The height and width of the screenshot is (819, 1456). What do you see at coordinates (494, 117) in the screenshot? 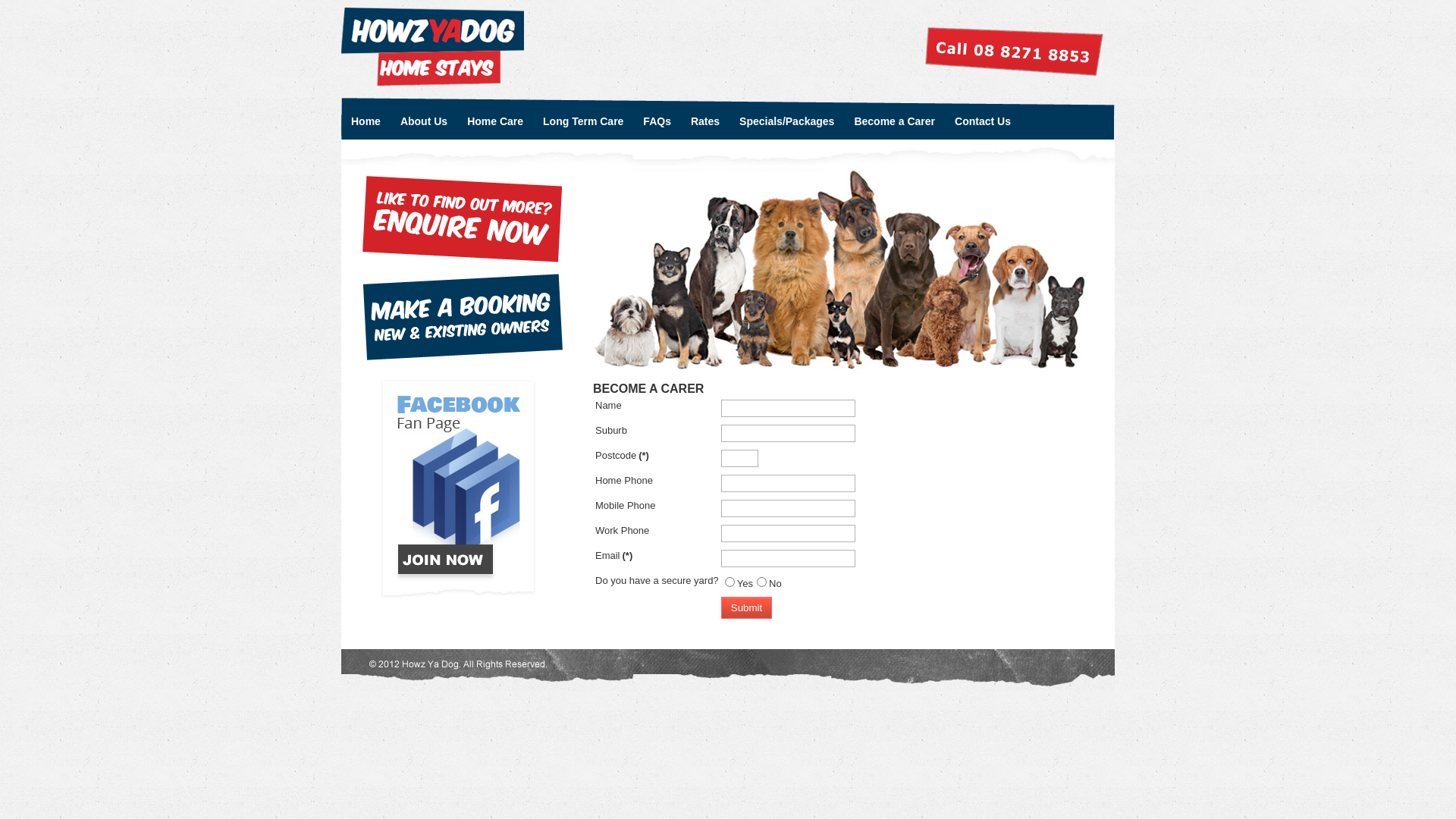
I see `'Home Care'` at bounding box center [494, 117].